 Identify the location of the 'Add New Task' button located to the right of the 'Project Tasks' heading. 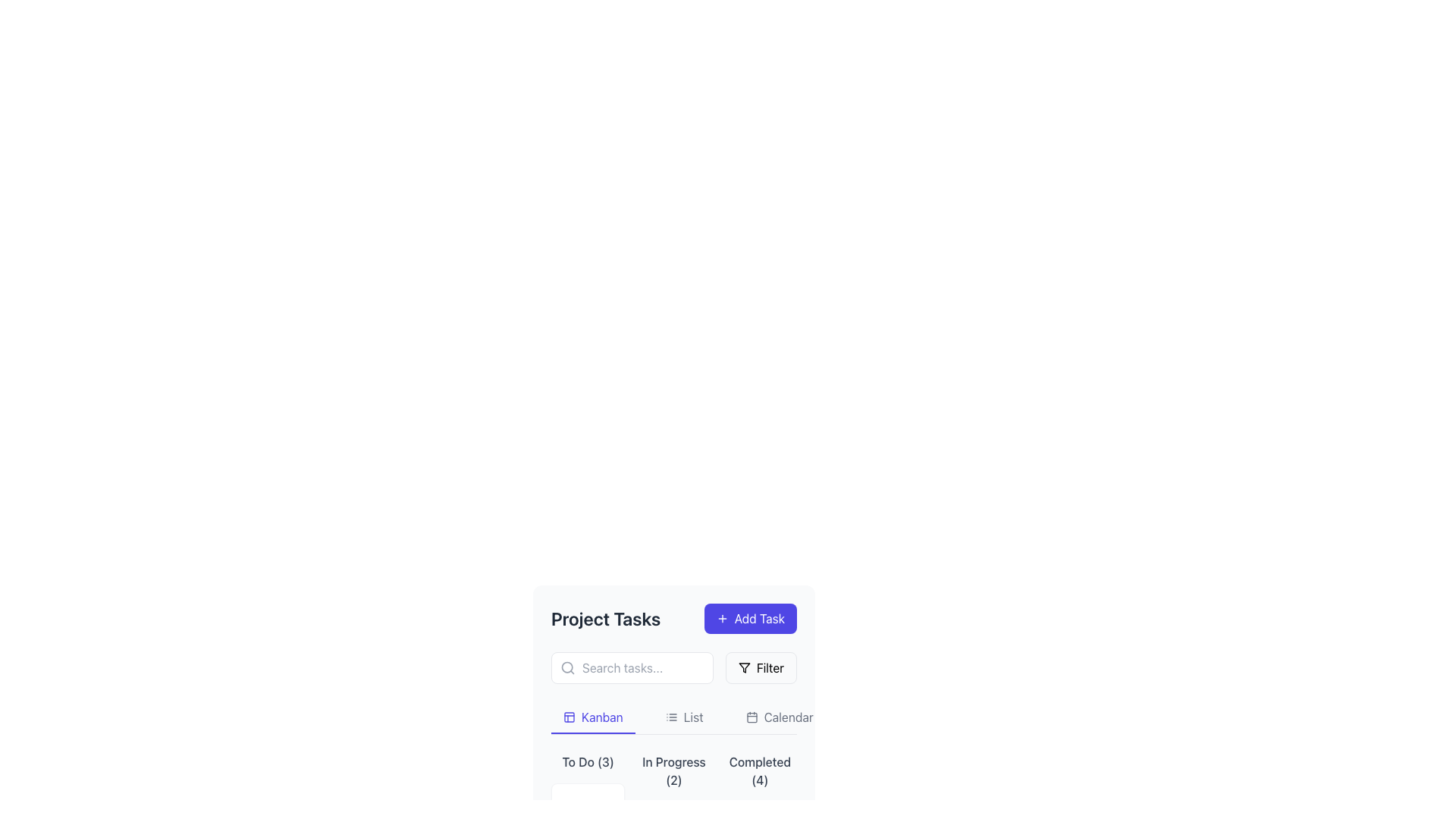
(750, 619).